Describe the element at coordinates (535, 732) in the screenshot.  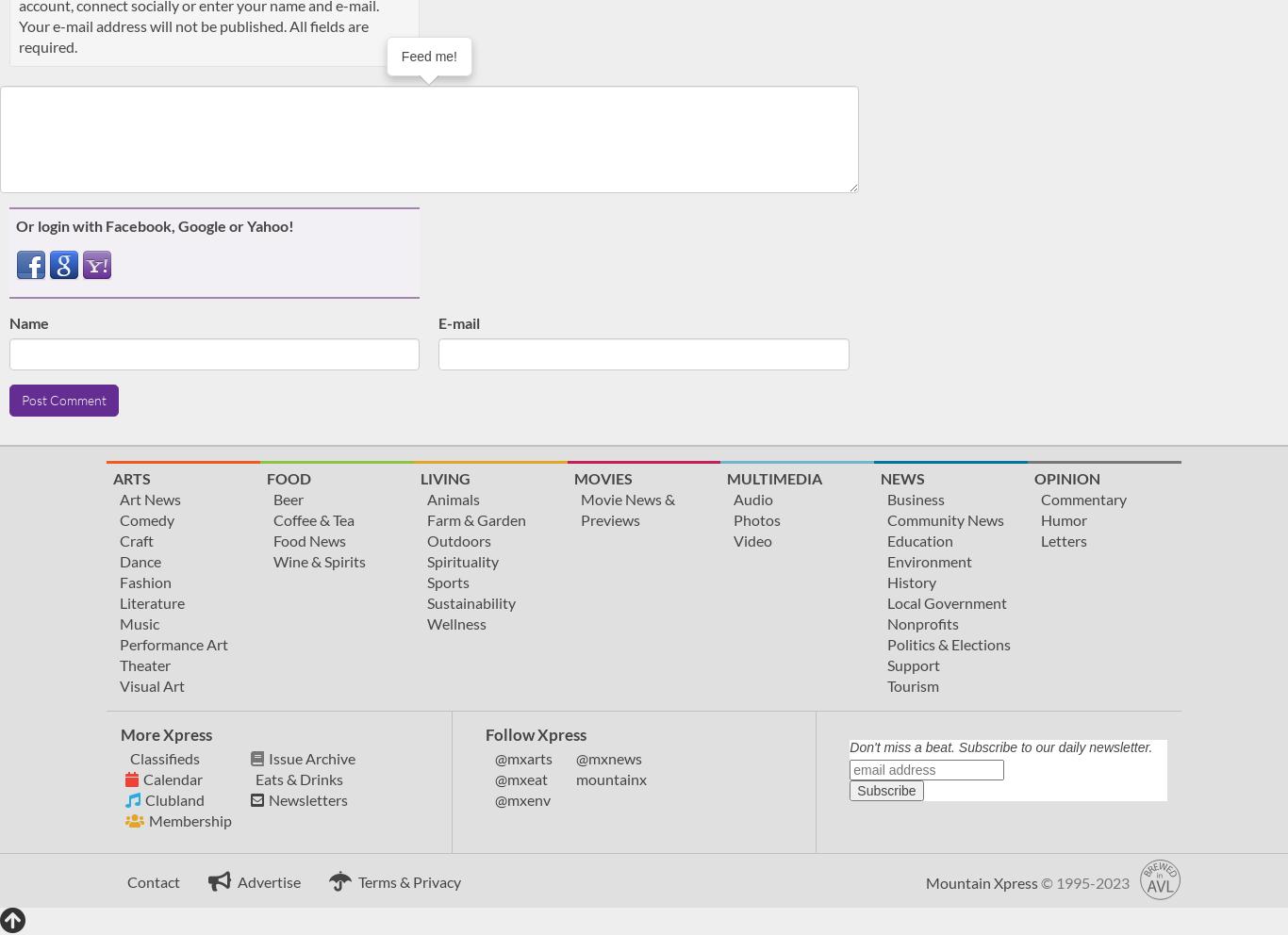
I see `'Follow Xpress'` at that location.